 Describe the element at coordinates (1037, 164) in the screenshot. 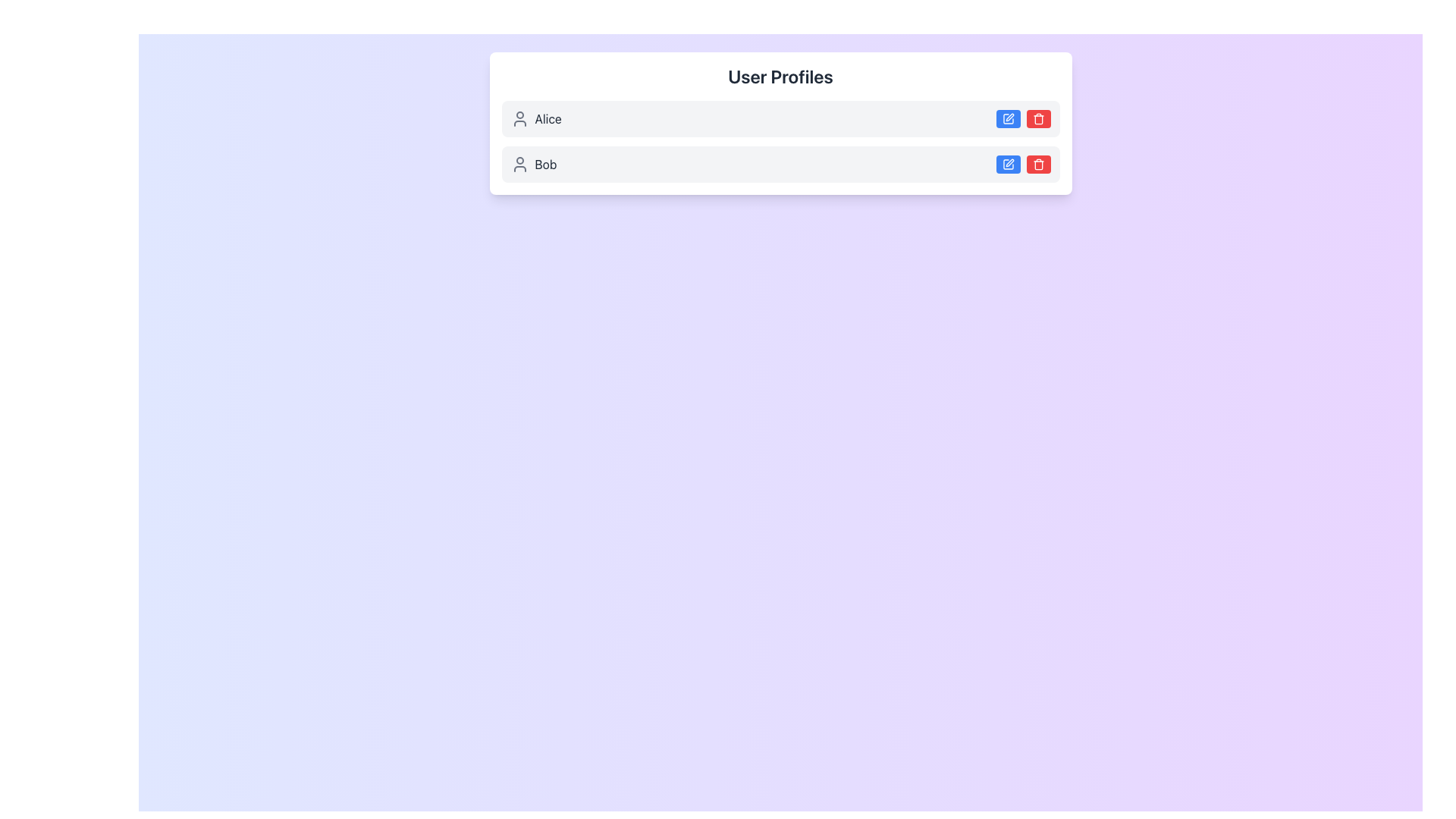

I see `the trash bin icon within the red button located to the right of the row with the text 'Bob' in the user profiles list` at that location.